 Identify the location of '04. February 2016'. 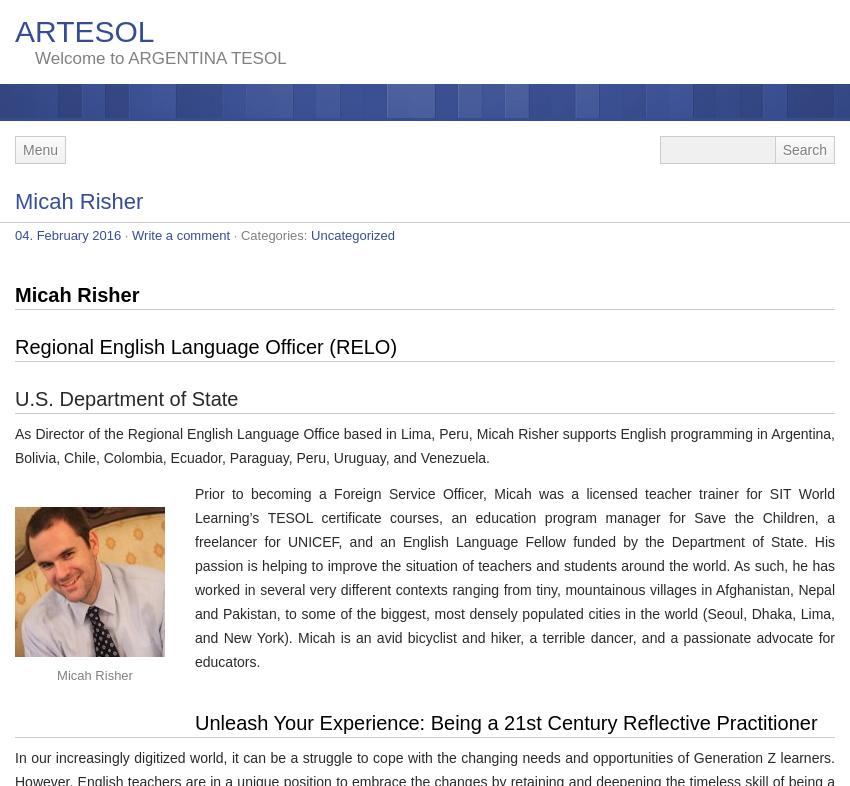
(68, 235).